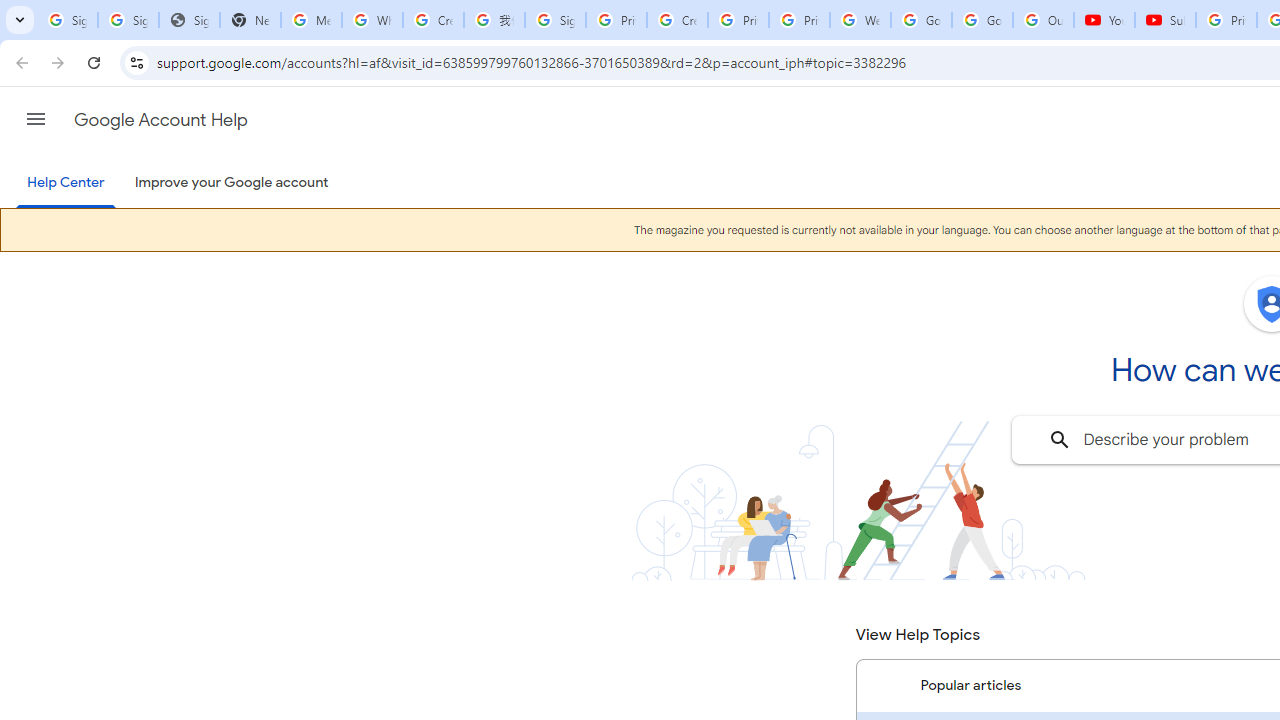 The width and height of the screenshot is (1280, 720). I want to click on 'Sign In - USA TODAY', so click(189, 20).